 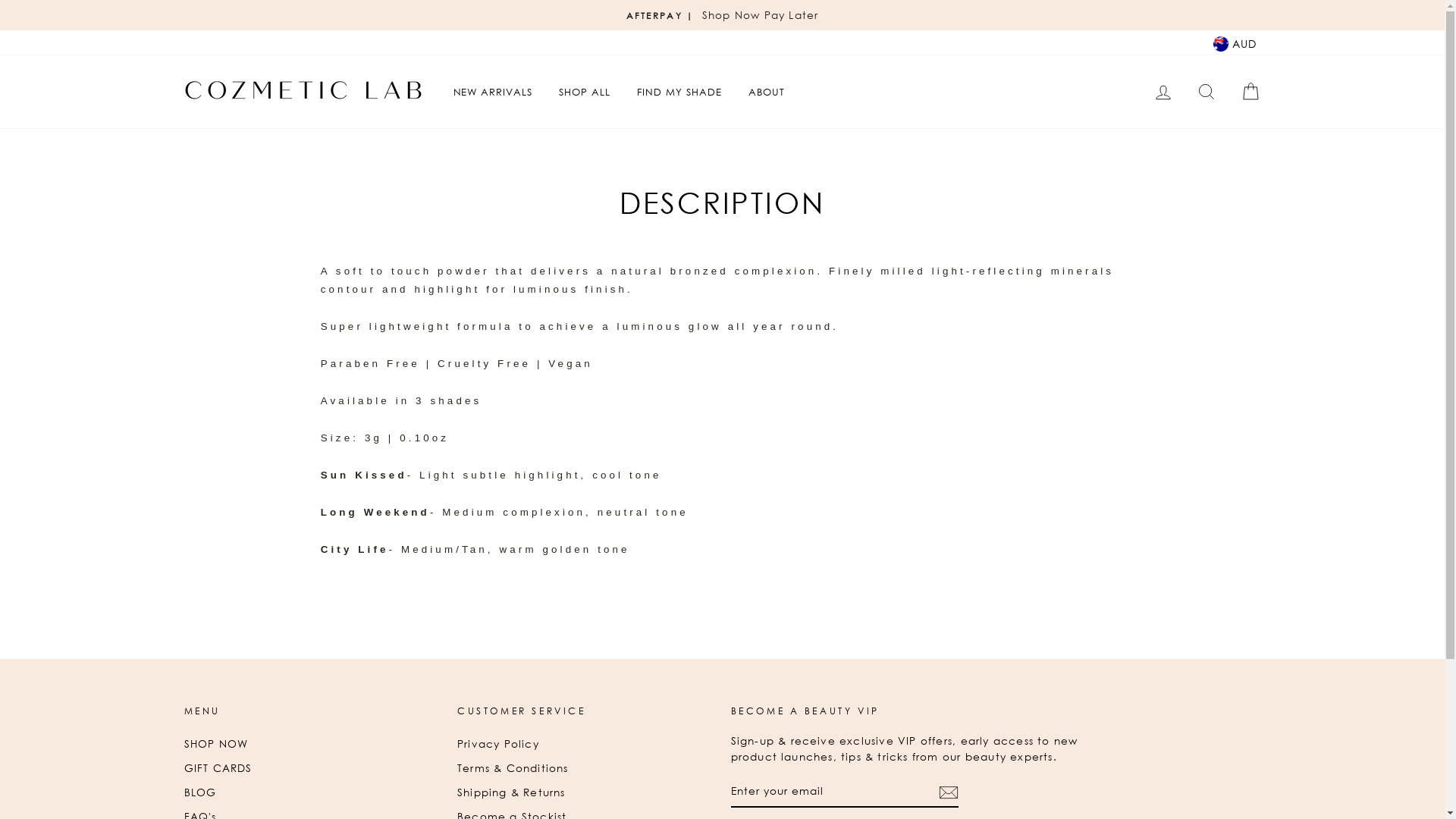 What do you see at coordinates (1249, 92) in the screenshot?
I see `'CART'` at bounding box center [1249, 92].